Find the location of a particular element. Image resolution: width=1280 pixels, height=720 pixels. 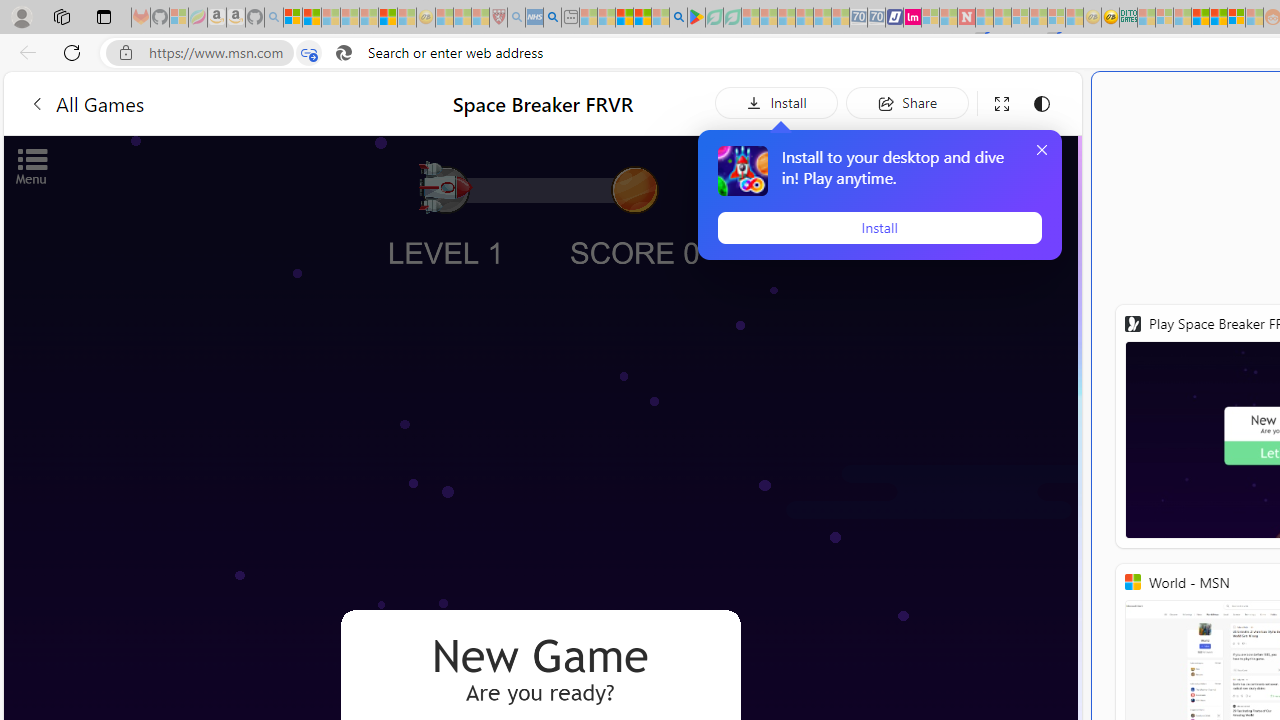

'Pets - MSN' is located at coordinates (642, 17).